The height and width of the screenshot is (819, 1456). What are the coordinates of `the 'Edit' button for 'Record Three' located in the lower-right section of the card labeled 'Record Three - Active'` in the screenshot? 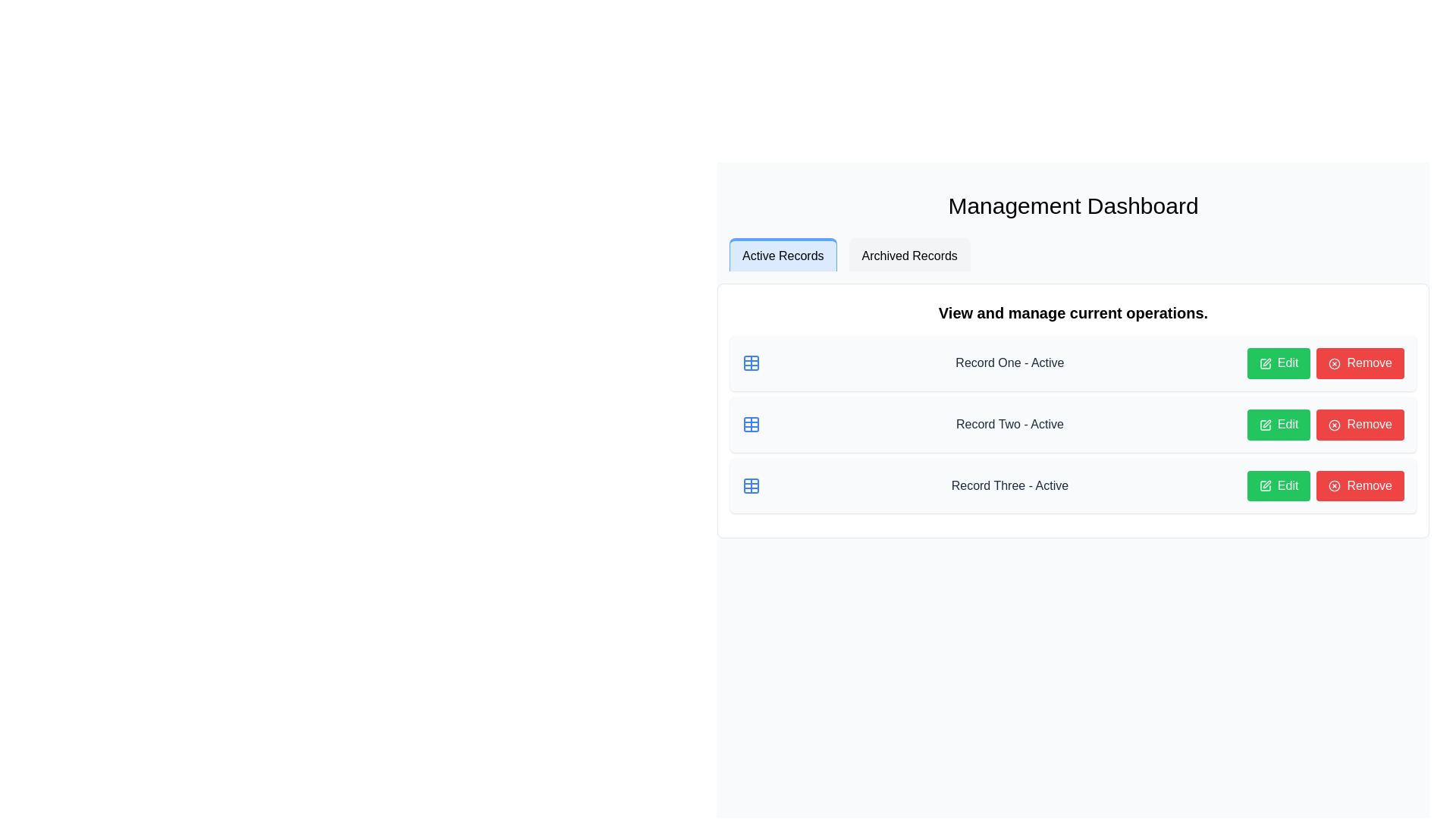 It's located at (1278, 485).